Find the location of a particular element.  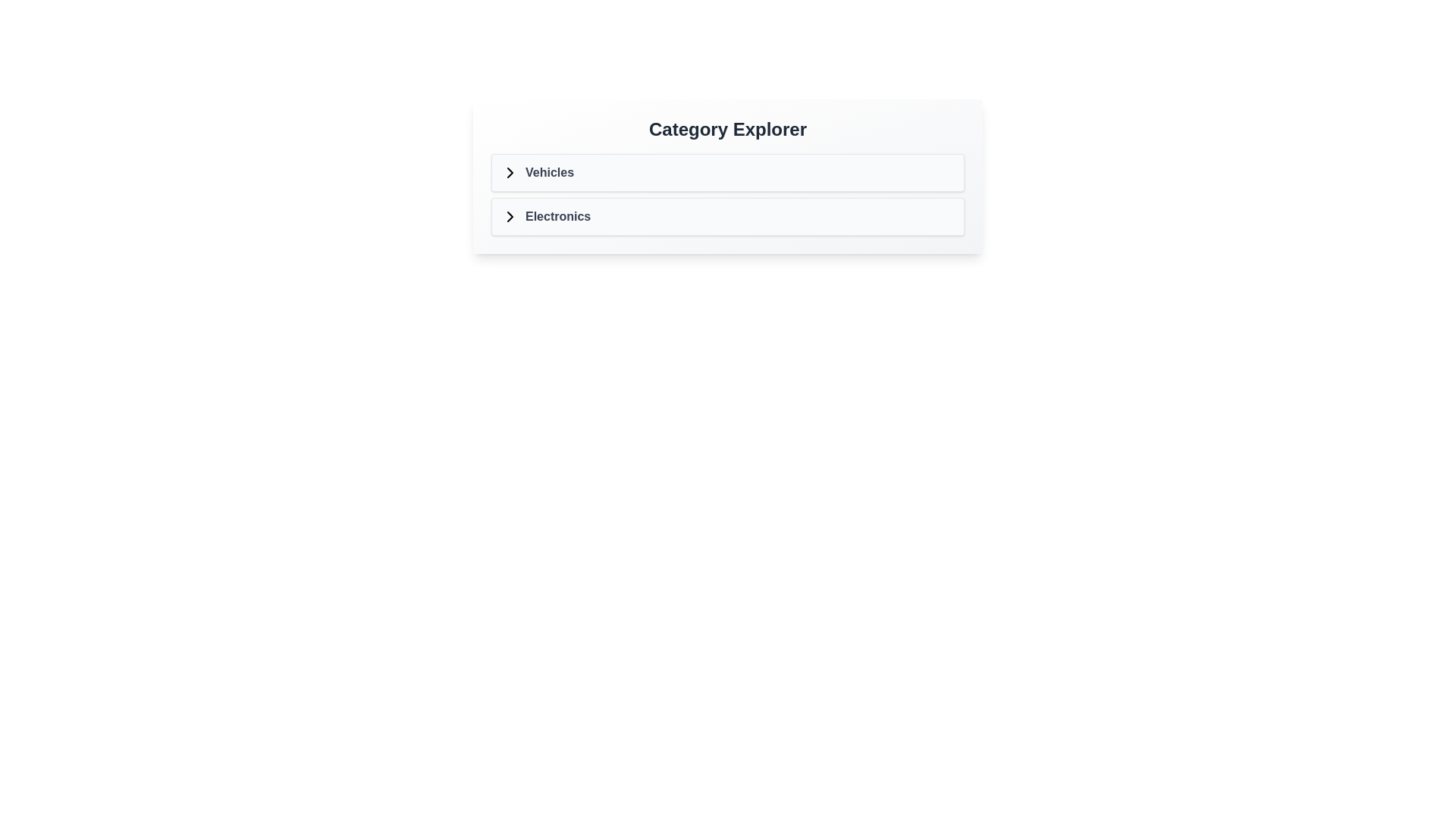

the 'Electronics' text label, which is styled in bold dark gray font and located in the second row of the category list under 'Category Explorer' is located at coordinates (557, 216).